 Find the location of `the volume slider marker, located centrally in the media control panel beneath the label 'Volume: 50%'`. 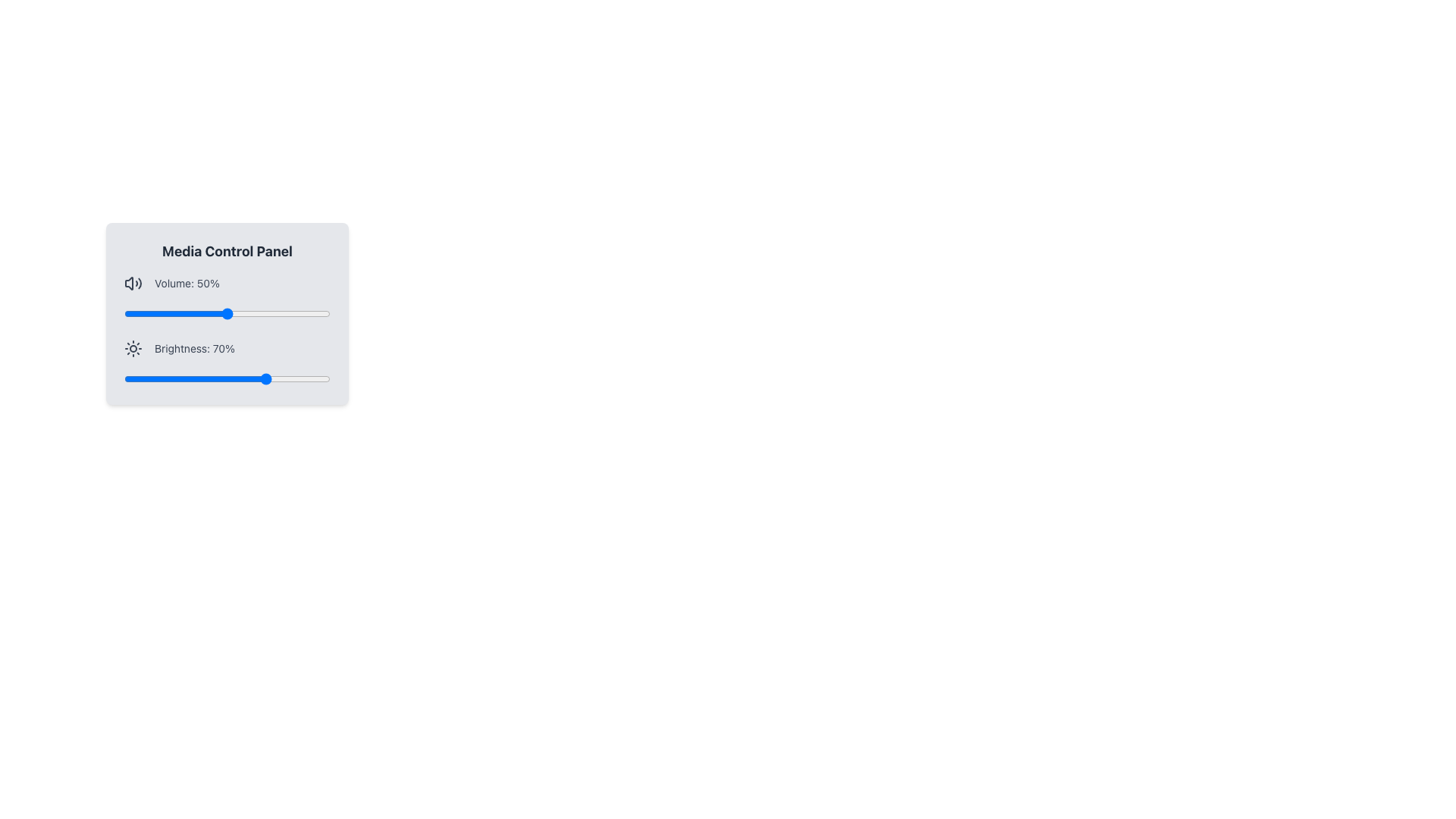

the volume slider marker, located centrally in the media control panel beneath the label 'Volume: 50%' is located at coordinates (226, 312).